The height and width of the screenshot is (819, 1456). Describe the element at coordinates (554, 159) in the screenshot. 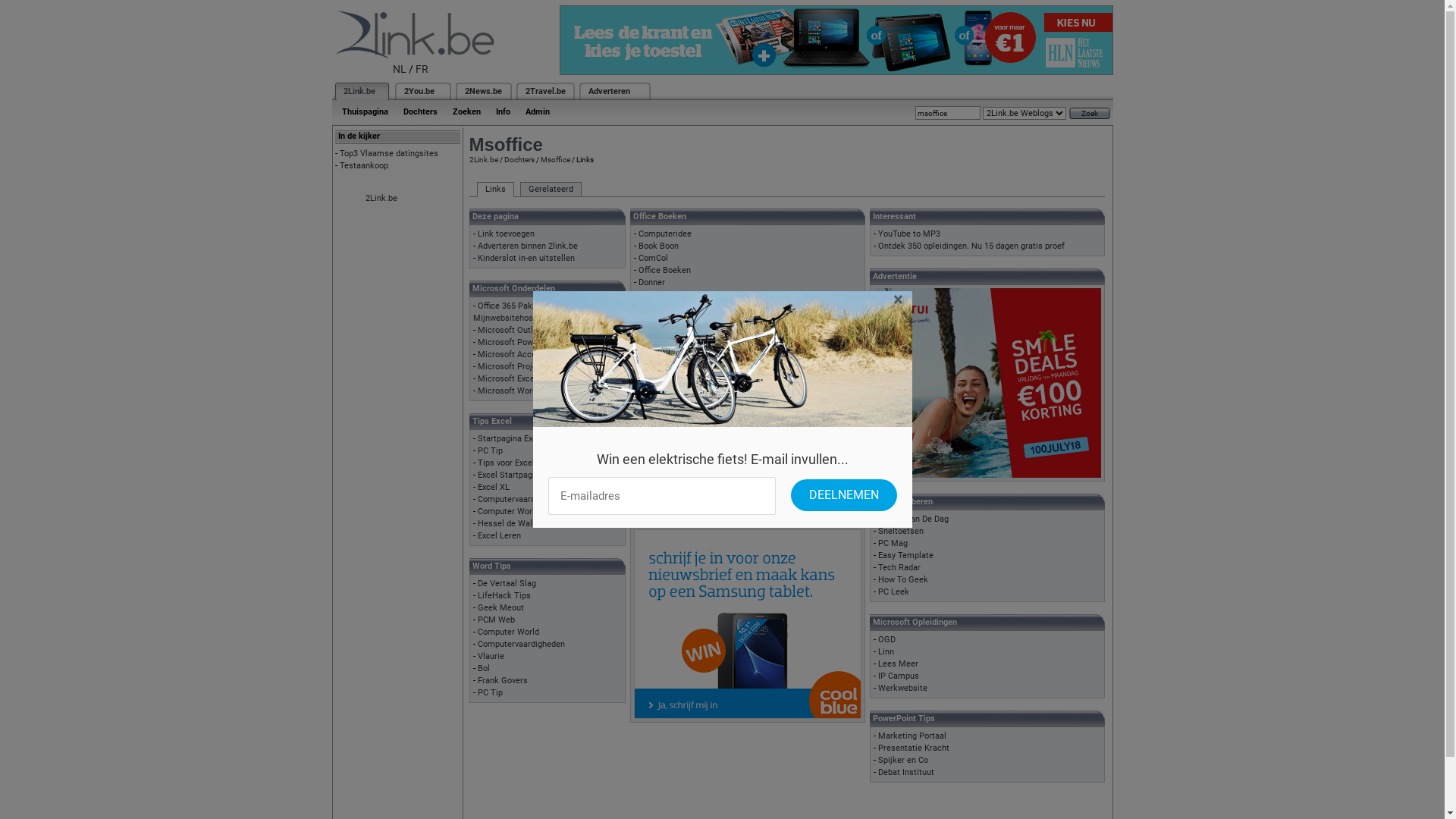

I see `'Msoffice'` at that location.